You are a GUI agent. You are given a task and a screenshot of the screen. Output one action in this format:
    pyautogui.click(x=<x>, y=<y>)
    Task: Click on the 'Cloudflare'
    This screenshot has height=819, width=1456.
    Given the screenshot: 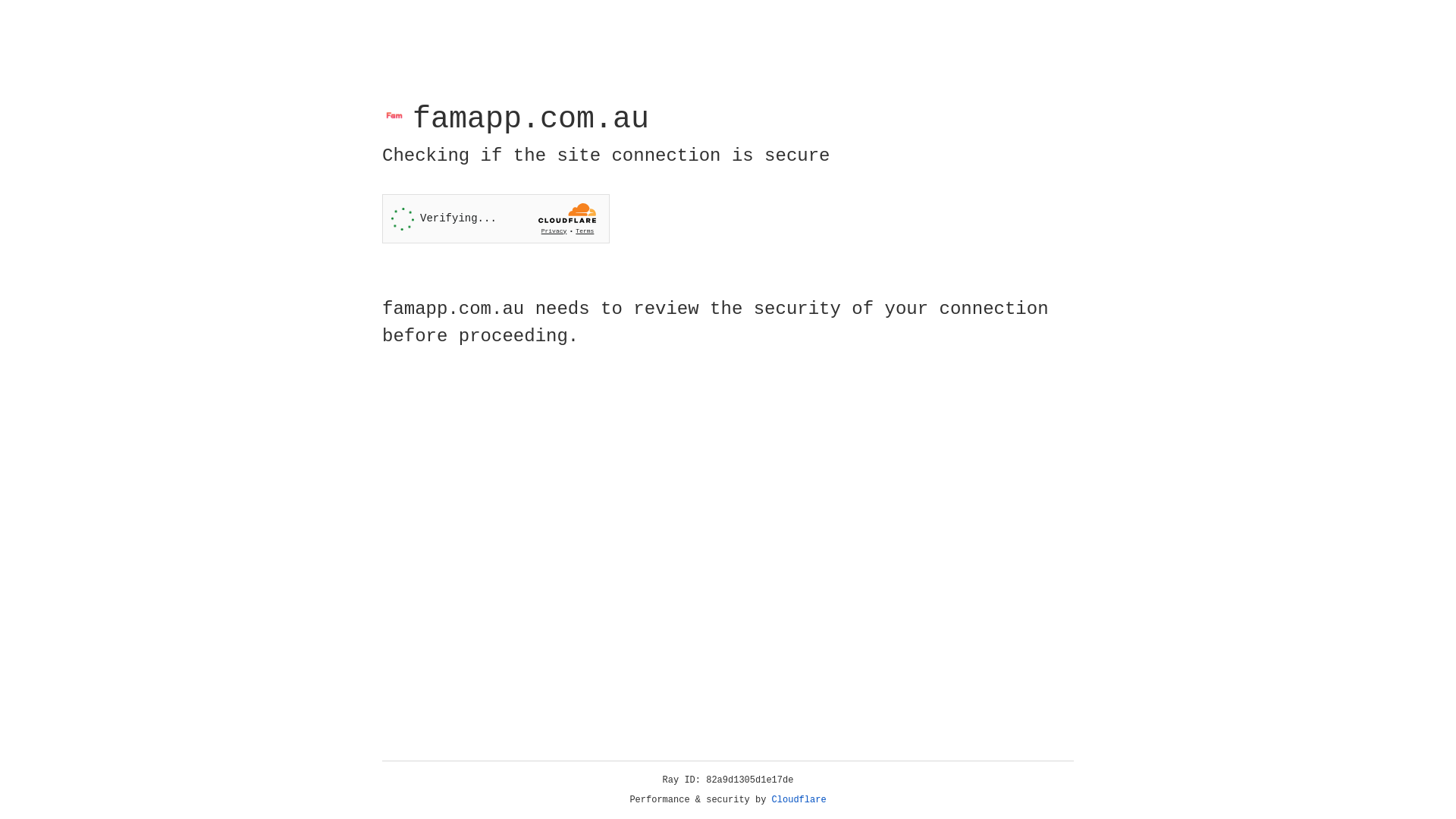 What is the action you would take?
    pyautogui.click(x=799, y=799)
    